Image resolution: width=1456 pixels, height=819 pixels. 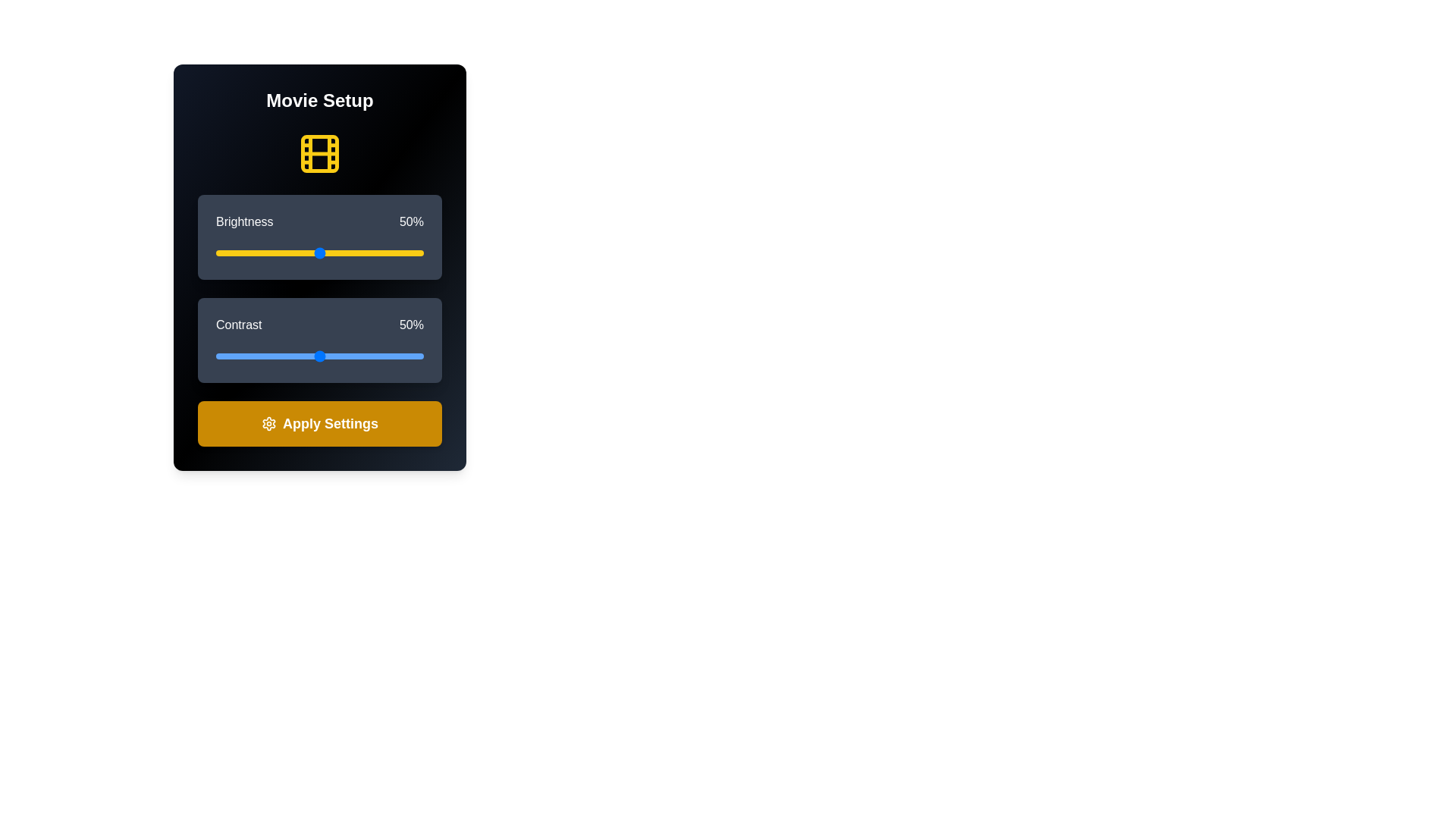 What do you see at coordinates (223, 356) in the screenshot?
I see `the contrast slider to 4%` at bounding box center [223, 356].